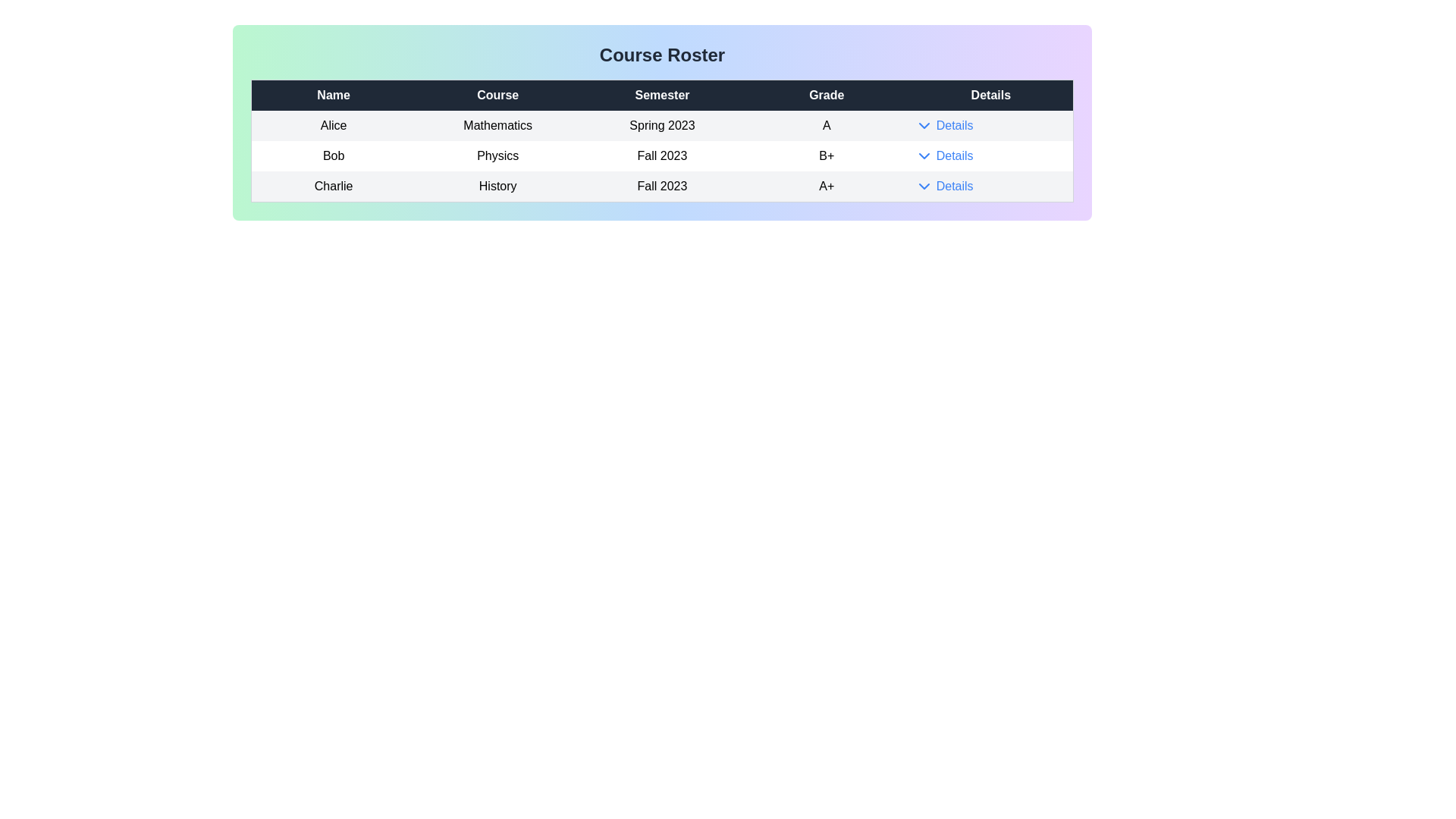 The width and height of the screenshot is (1456, 819). I want to click on text from the 'Mathematics' label, which is a black text element centrally located in a light gray background within the Course Roster table, so click(497, 124).